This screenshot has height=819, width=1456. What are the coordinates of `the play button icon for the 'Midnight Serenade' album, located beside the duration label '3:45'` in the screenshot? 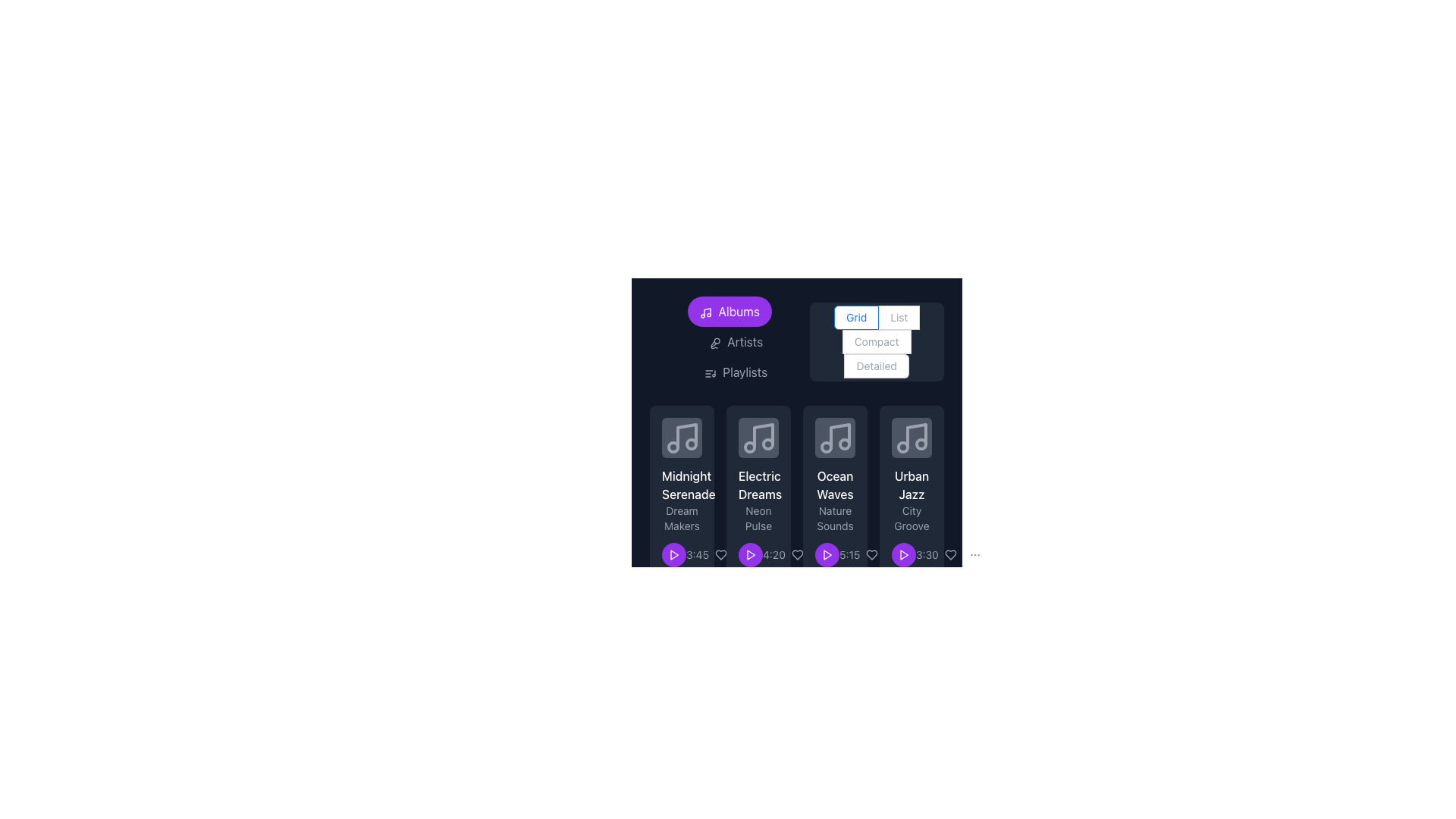 It's located at (673, 555).